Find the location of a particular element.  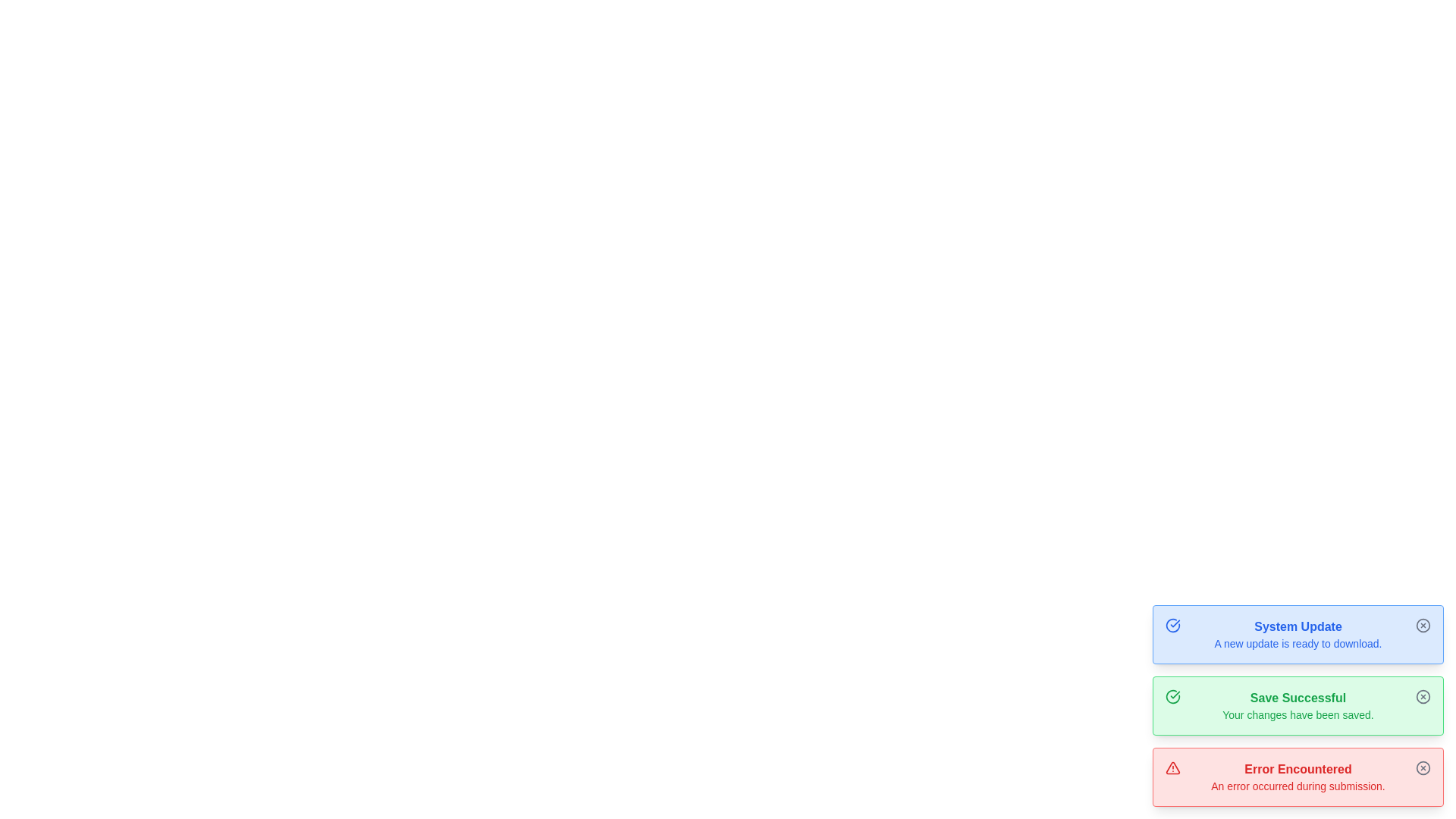

the bold green text label that reads 'Save Successful', which is the header text of the second green notification box in a vertical stack of three notifications is located at coordinates (1298, 698).